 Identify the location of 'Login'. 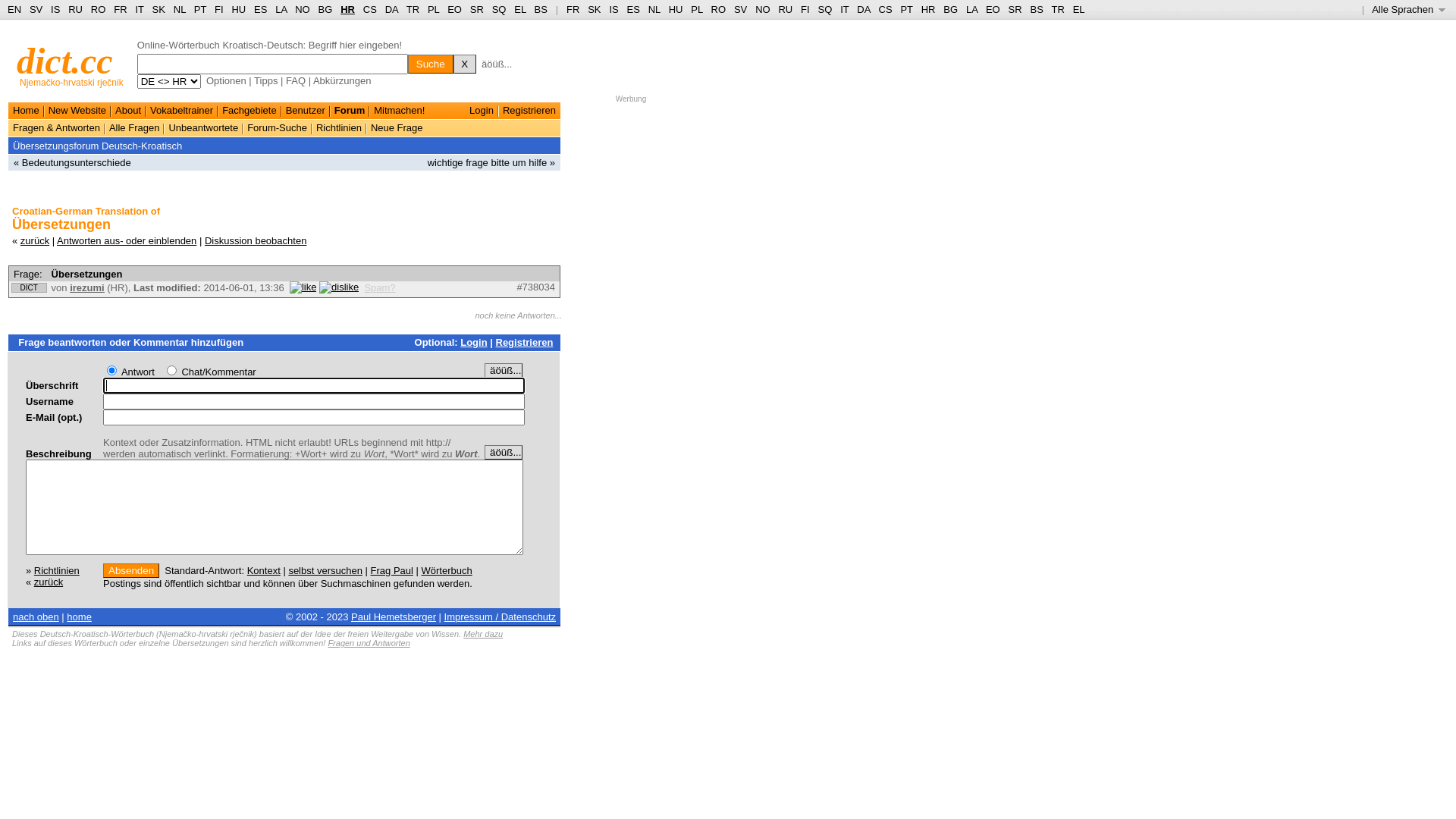
(472, 342).